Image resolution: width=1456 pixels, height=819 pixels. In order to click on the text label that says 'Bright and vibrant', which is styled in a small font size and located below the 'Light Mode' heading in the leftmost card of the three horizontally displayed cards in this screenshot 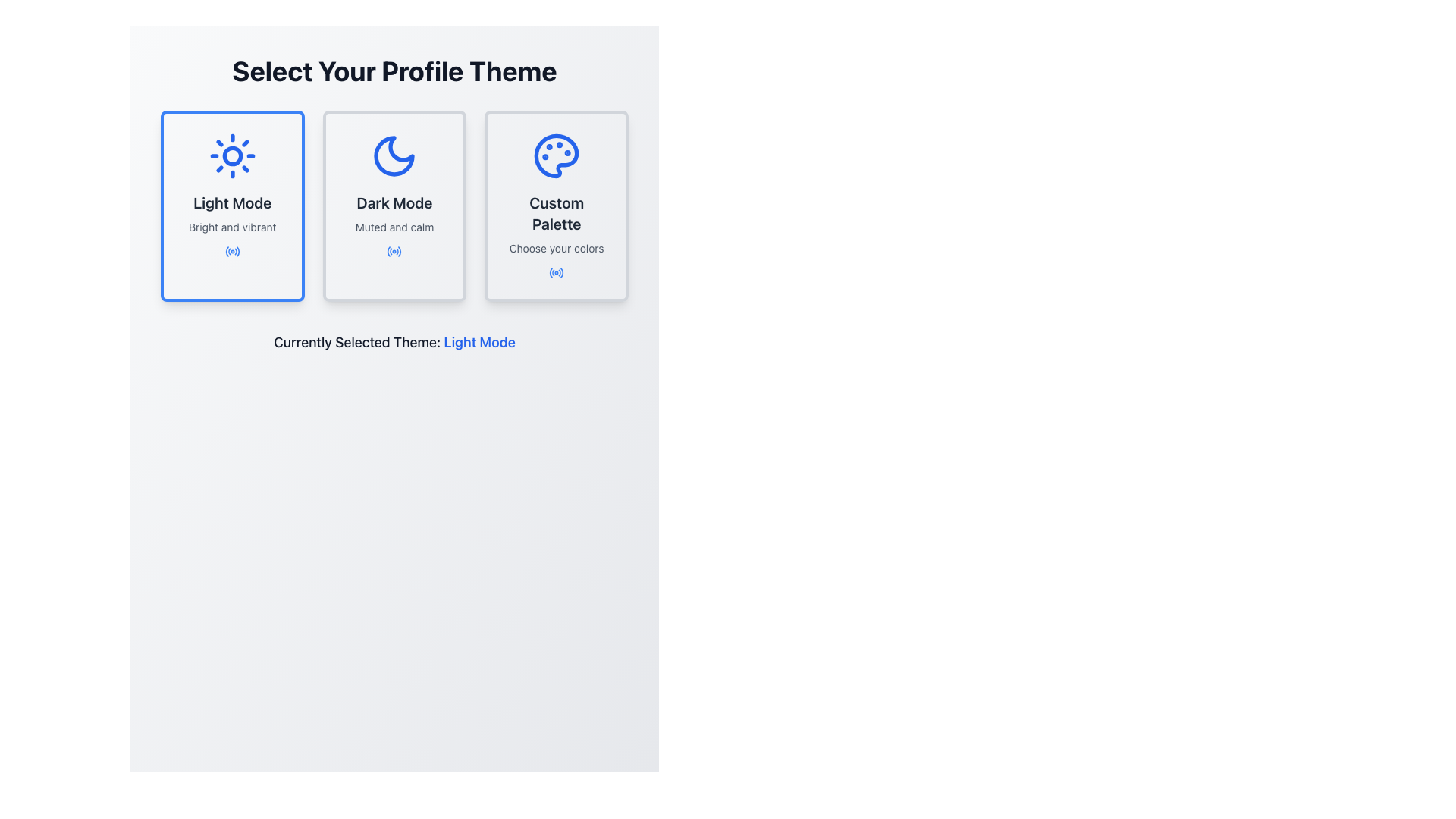, I will do `click(231, 227)`.